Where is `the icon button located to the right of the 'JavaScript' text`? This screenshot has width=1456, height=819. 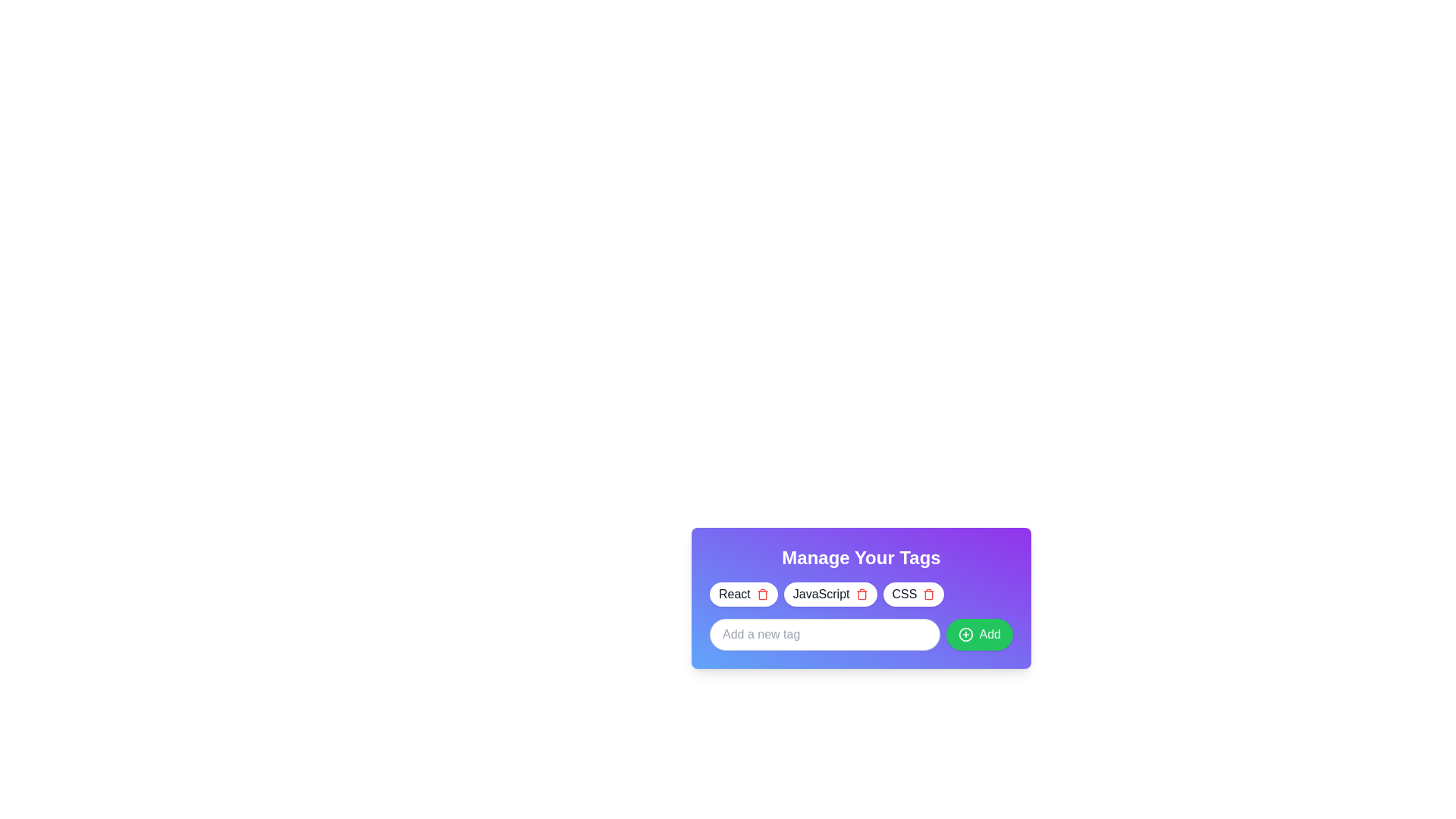 the icon button located to the right of the 'JavaScript' text is located at coordinates (861, 593).